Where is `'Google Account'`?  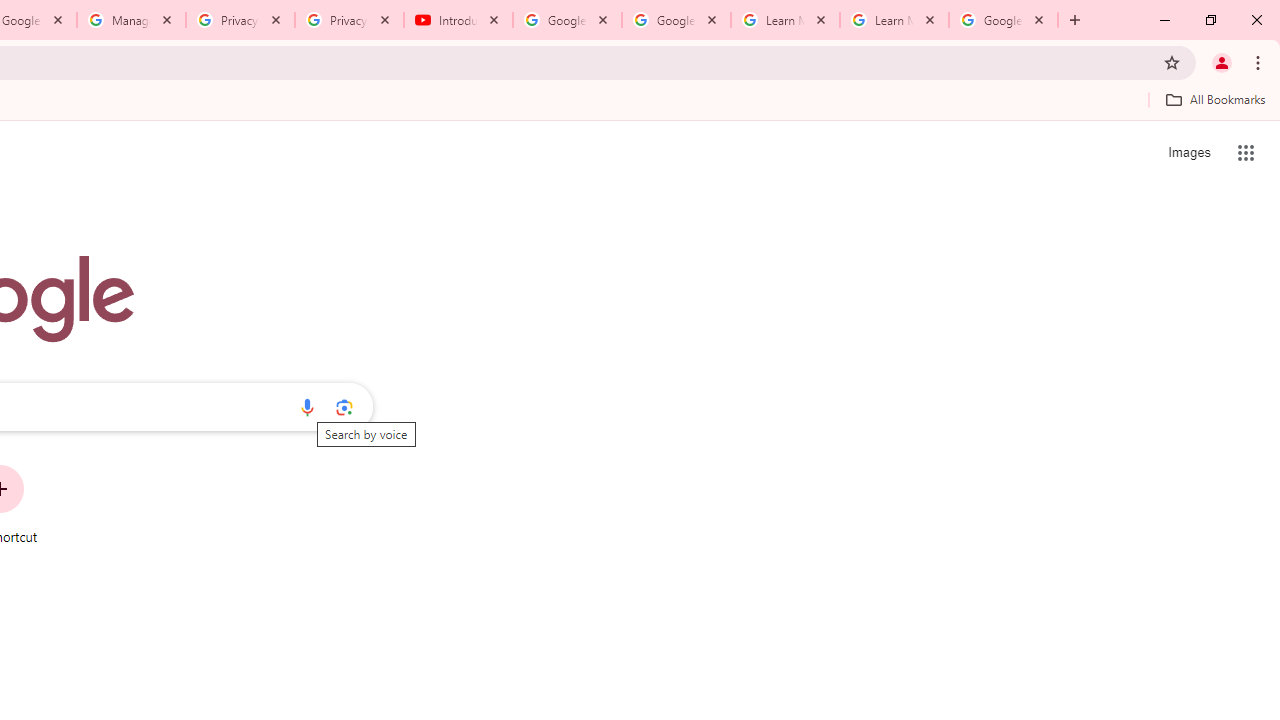
'Google Account' is located at coordinates (1003, 20).